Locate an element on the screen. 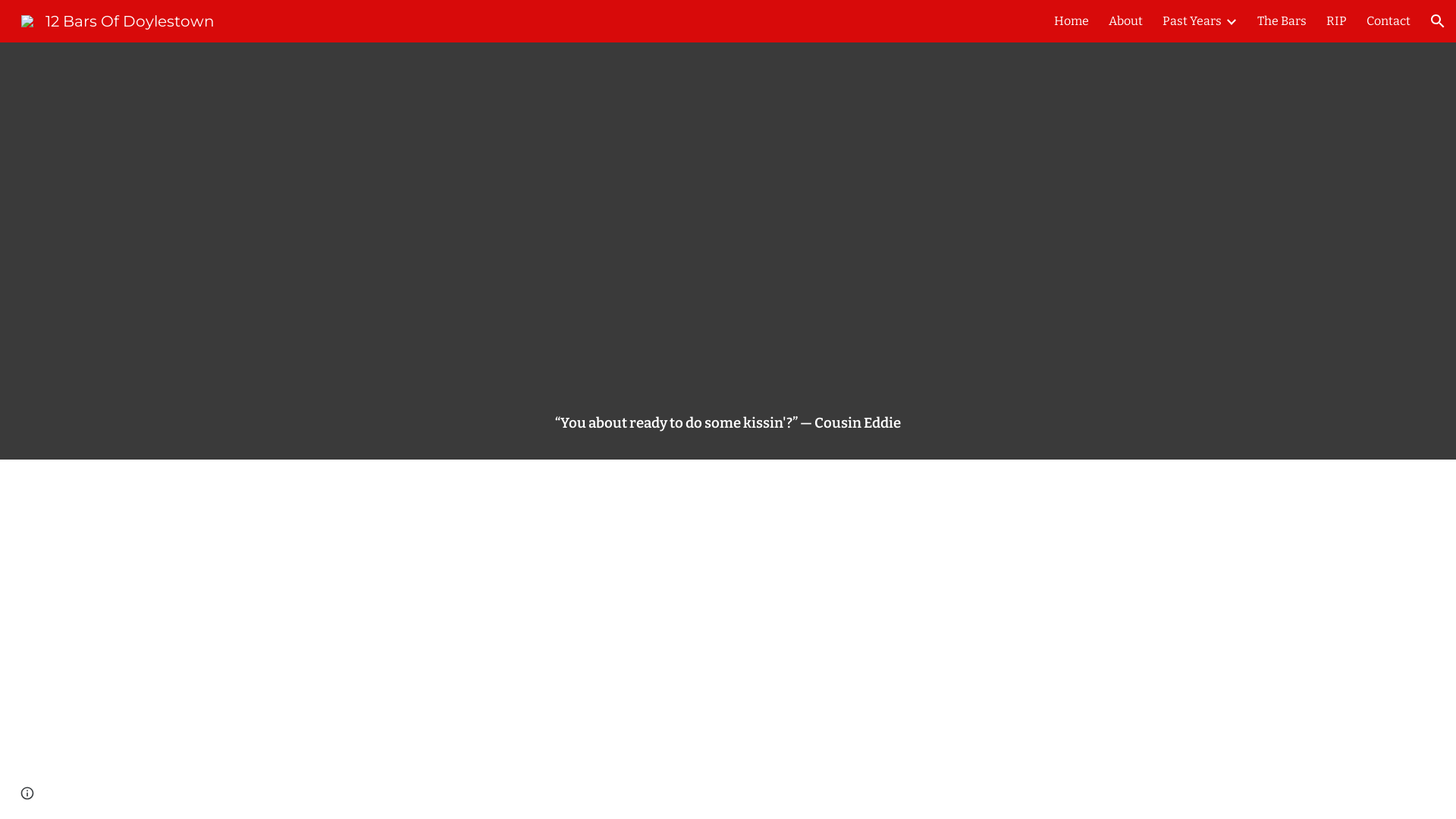  '12 Bars Of Doylestown' is located at coordinates (117, 20).